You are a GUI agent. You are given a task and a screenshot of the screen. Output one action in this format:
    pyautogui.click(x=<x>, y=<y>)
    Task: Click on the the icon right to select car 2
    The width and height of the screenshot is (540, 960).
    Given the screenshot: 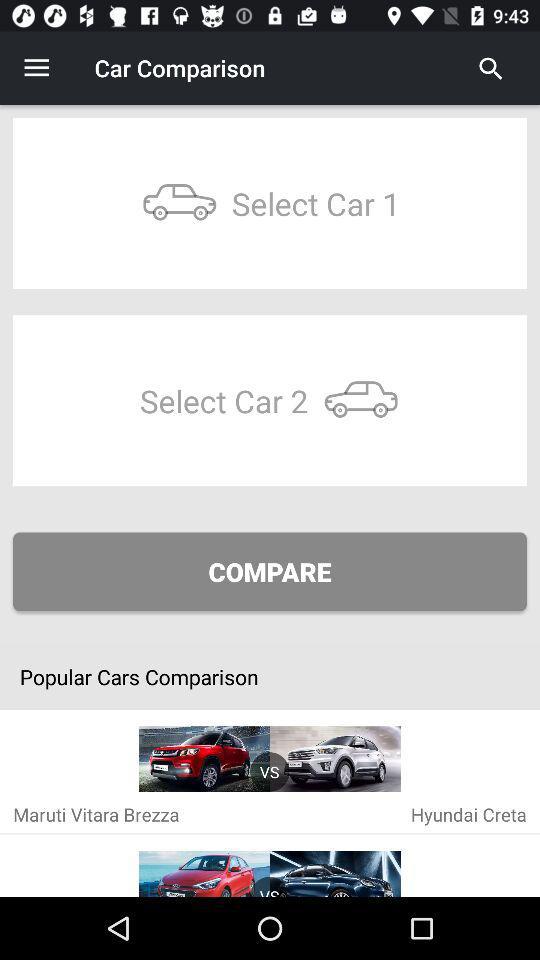 What is the action you would take?
    pyautogui.click(x=359, y=399)
    